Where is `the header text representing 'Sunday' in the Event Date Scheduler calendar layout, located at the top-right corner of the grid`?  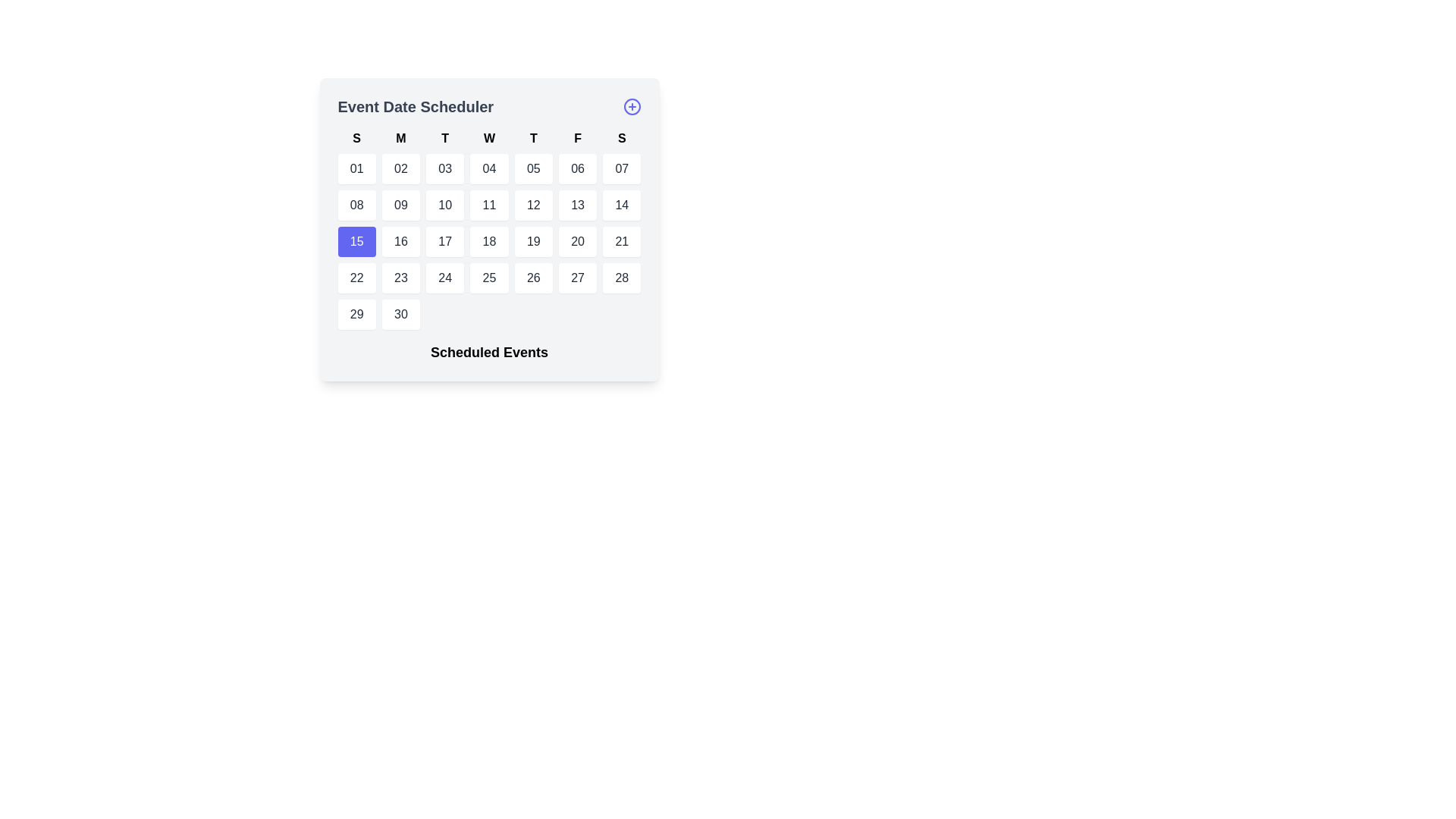 the header text representing 'Sunday' in the Event Date Scheduler calendar layout, located at the top-right corner of the grid is located at coordinates (622, 138).